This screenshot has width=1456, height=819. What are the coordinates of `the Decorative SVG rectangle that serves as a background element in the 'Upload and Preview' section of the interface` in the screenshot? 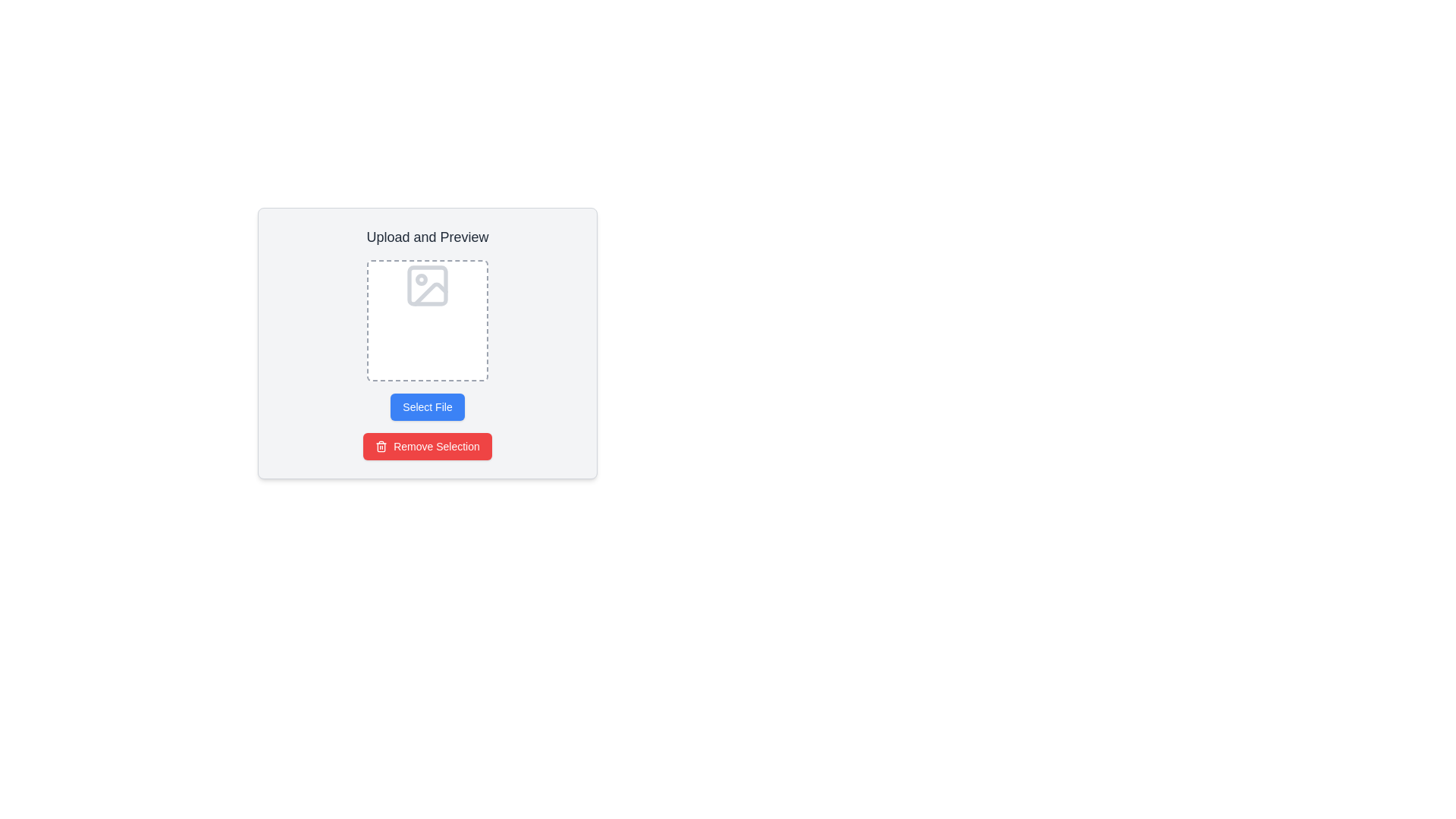 It's located at (427, 286).